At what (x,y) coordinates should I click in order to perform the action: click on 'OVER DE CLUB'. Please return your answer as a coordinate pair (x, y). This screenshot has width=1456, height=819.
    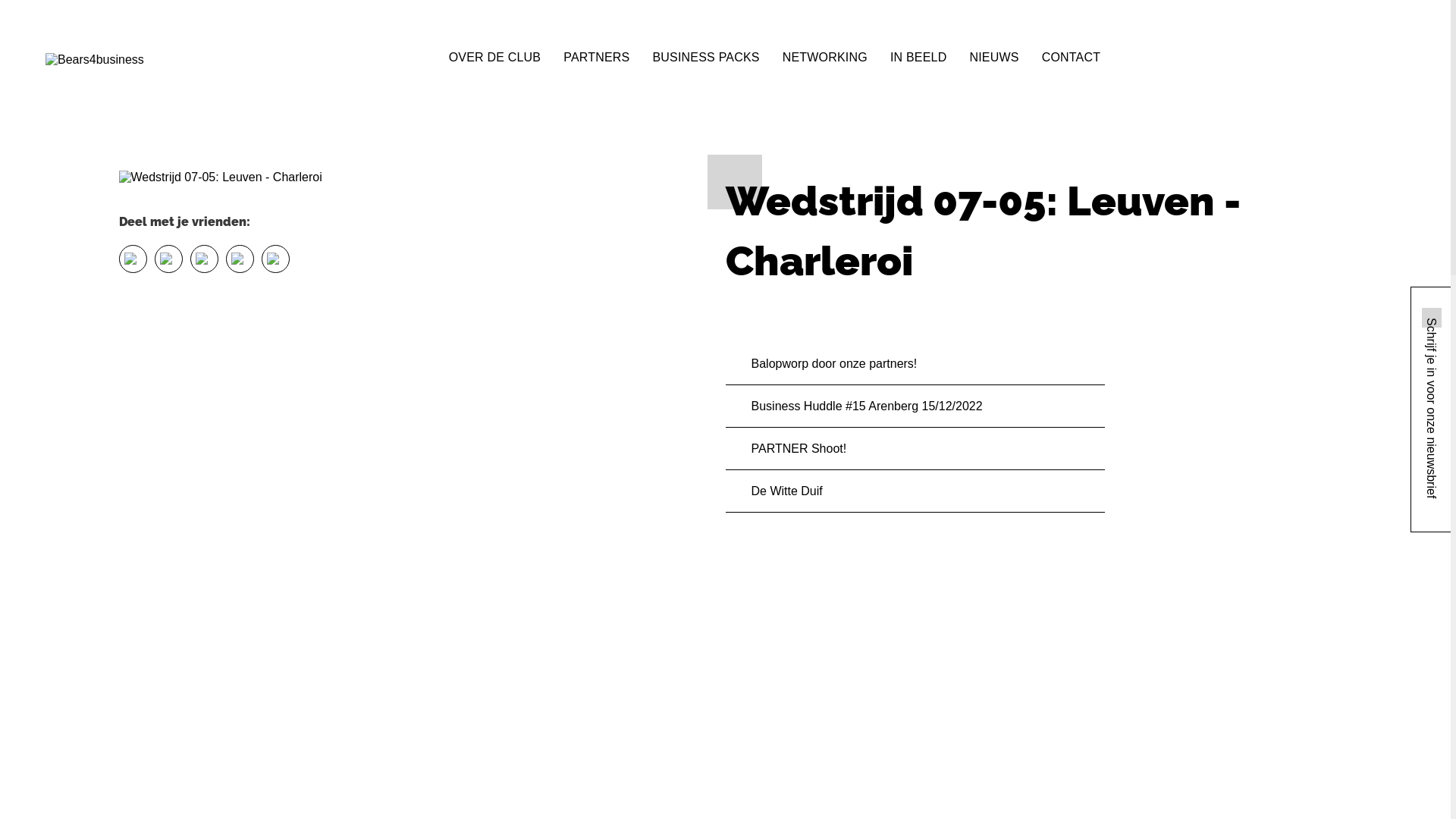
    Looking at the image, I should click on (494, 55).